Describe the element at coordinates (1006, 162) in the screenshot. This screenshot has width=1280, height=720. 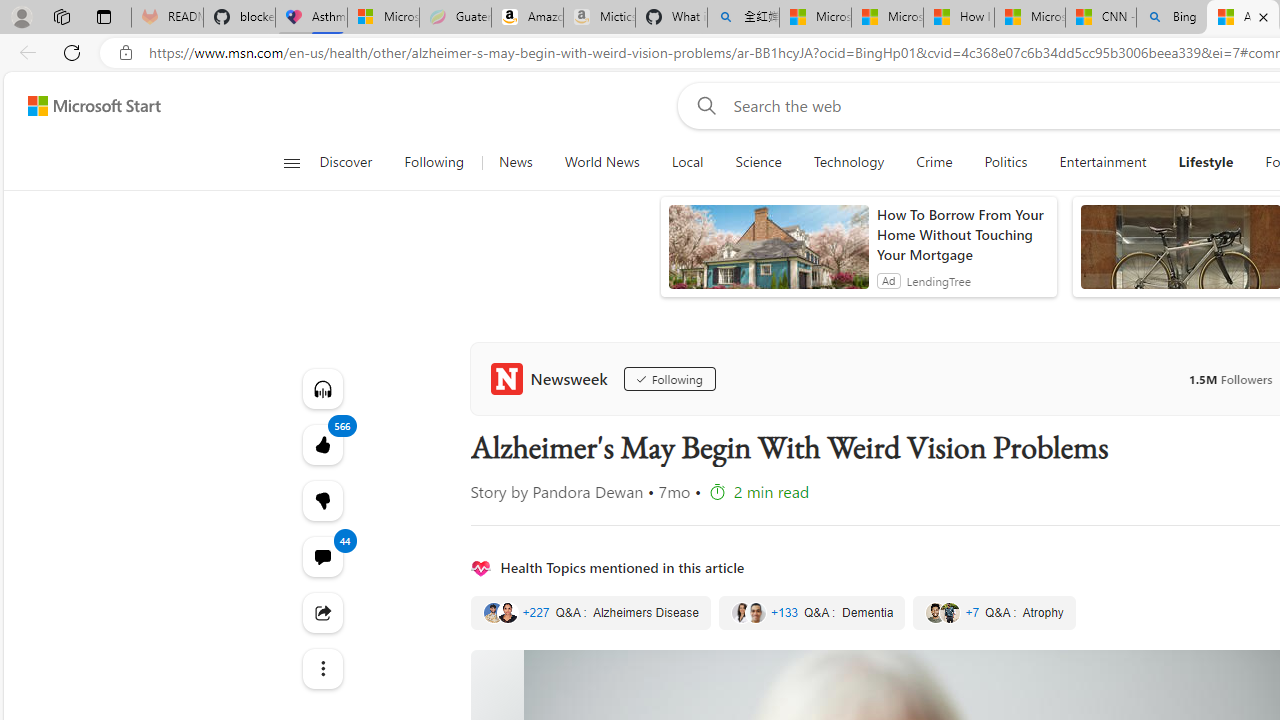
I see `'Politics'` at that location.